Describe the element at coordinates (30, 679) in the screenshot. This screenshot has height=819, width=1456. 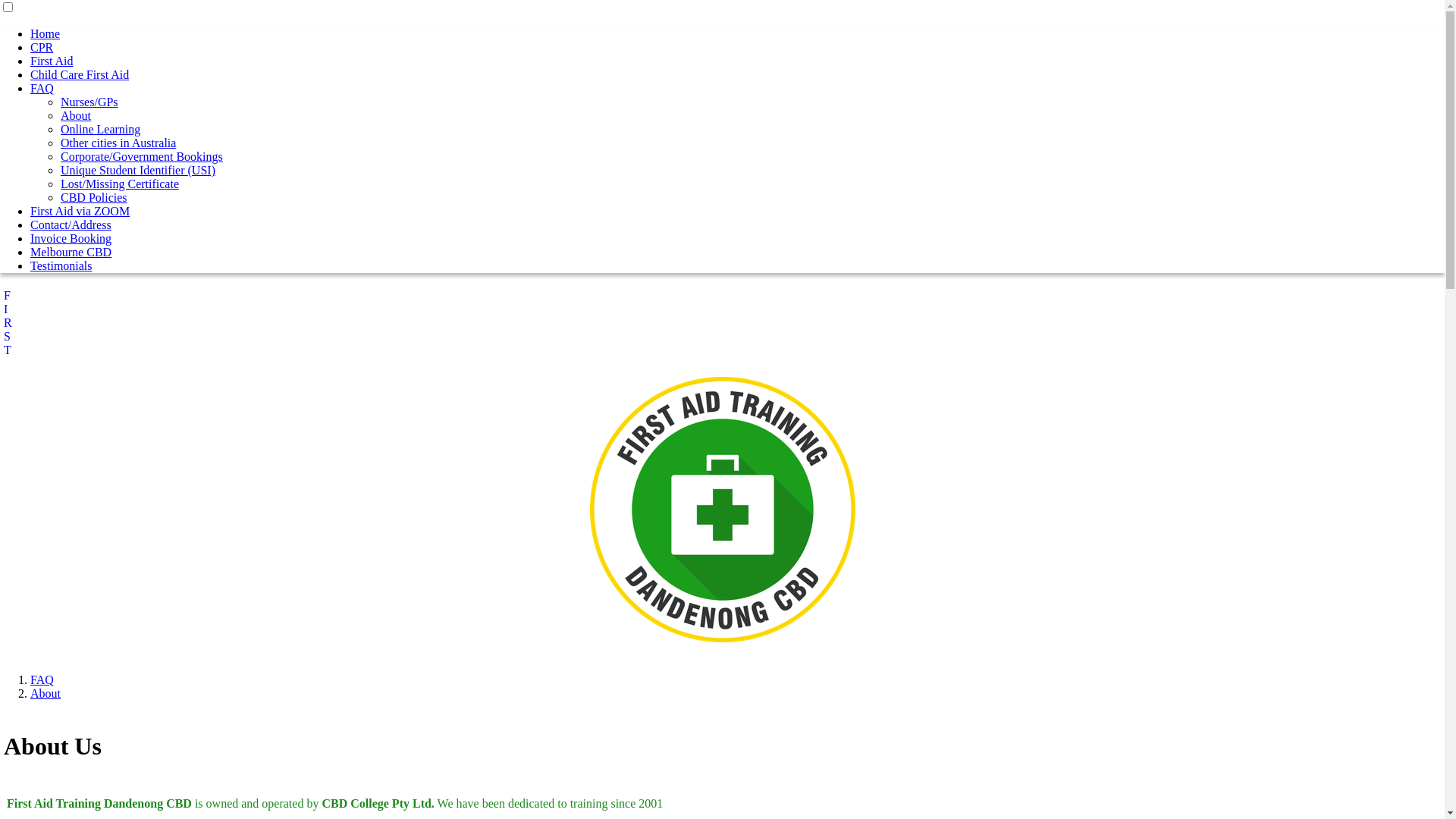
I see `'FAQ'` at that location.